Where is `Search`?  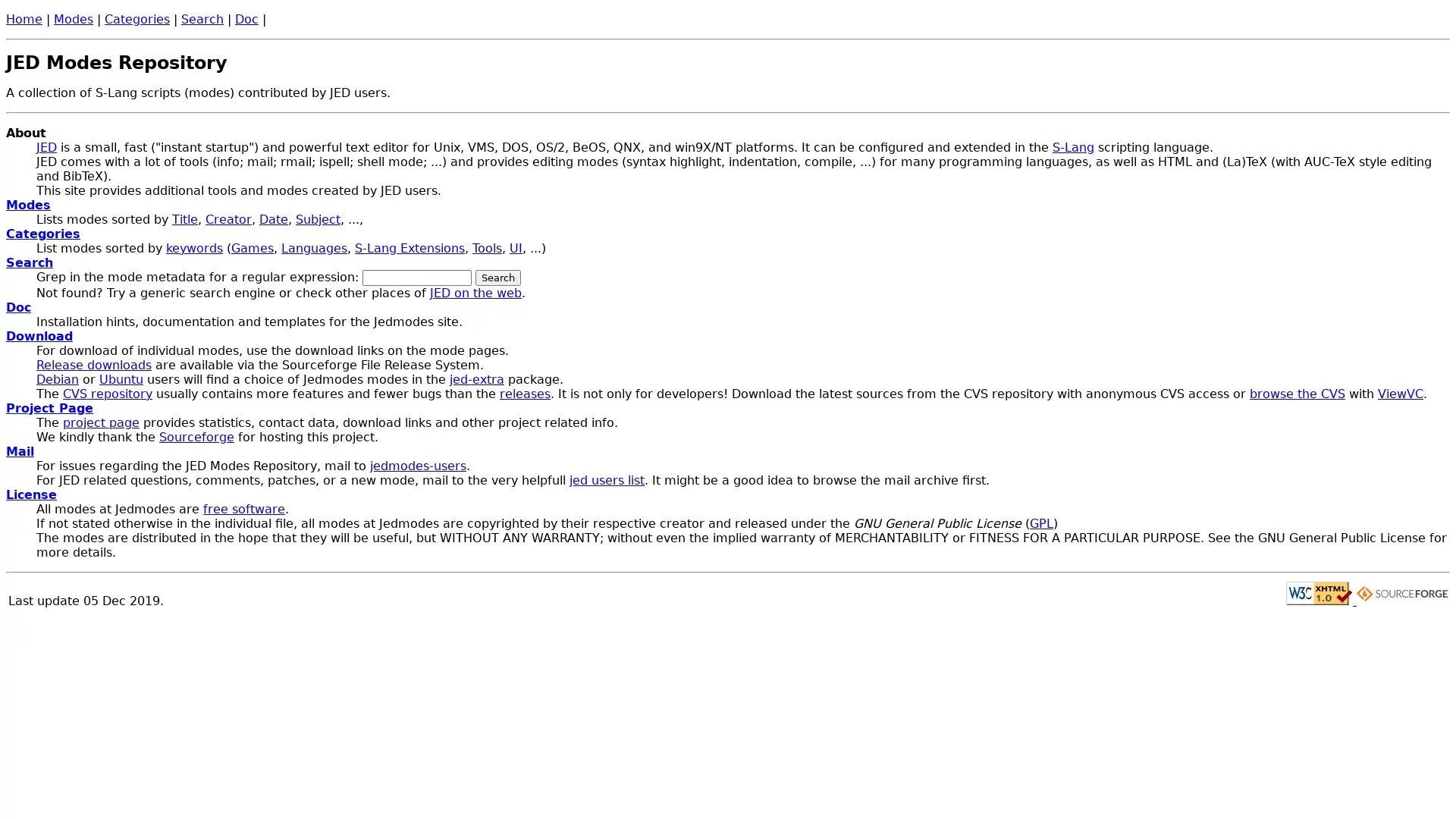 Search is located at coordinates (498, 278).